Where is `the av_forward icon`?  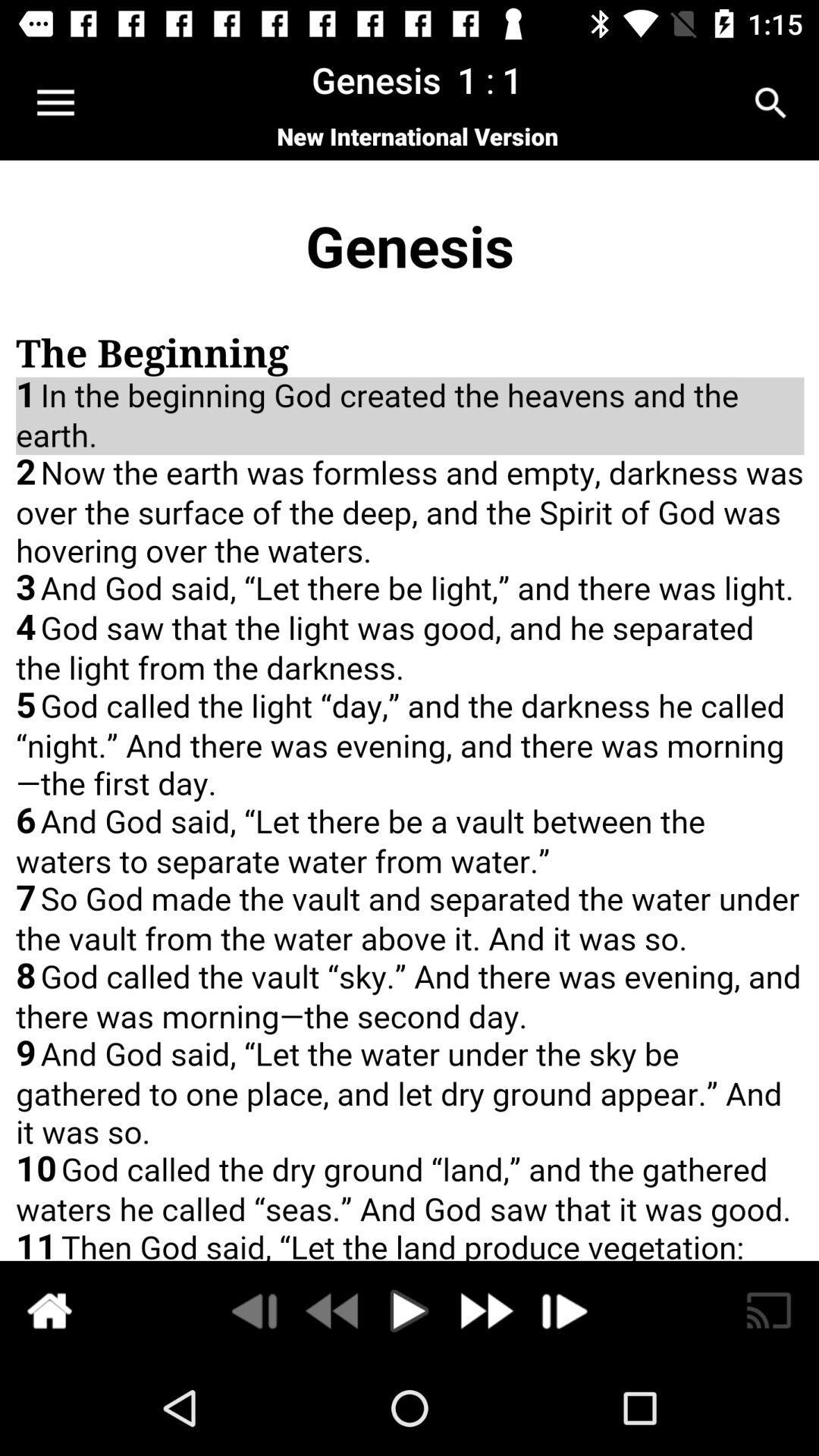 the av_forward icon is located at coordinates (485, 1310).